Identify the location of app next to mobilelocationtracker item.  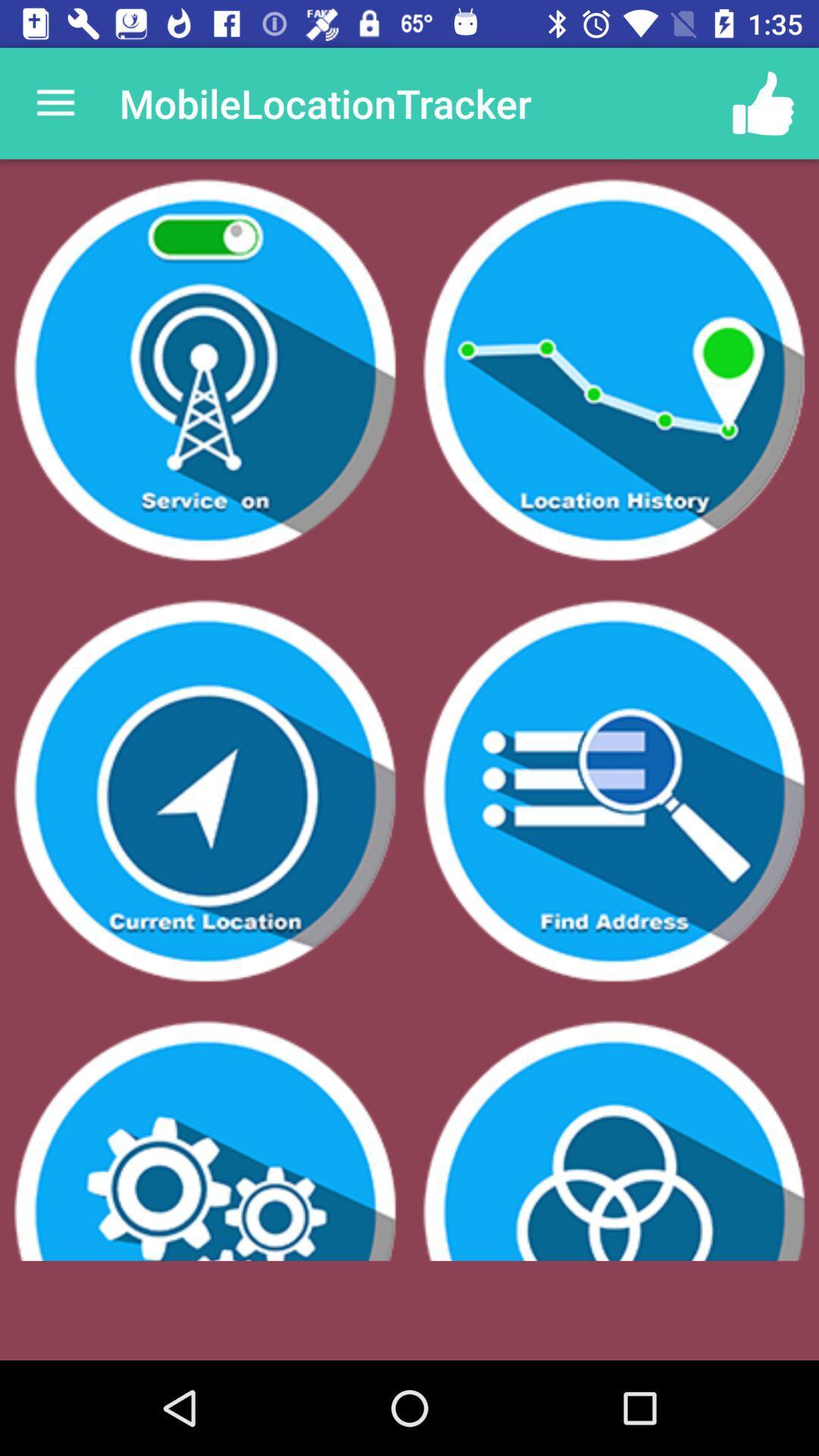
(763, 102).